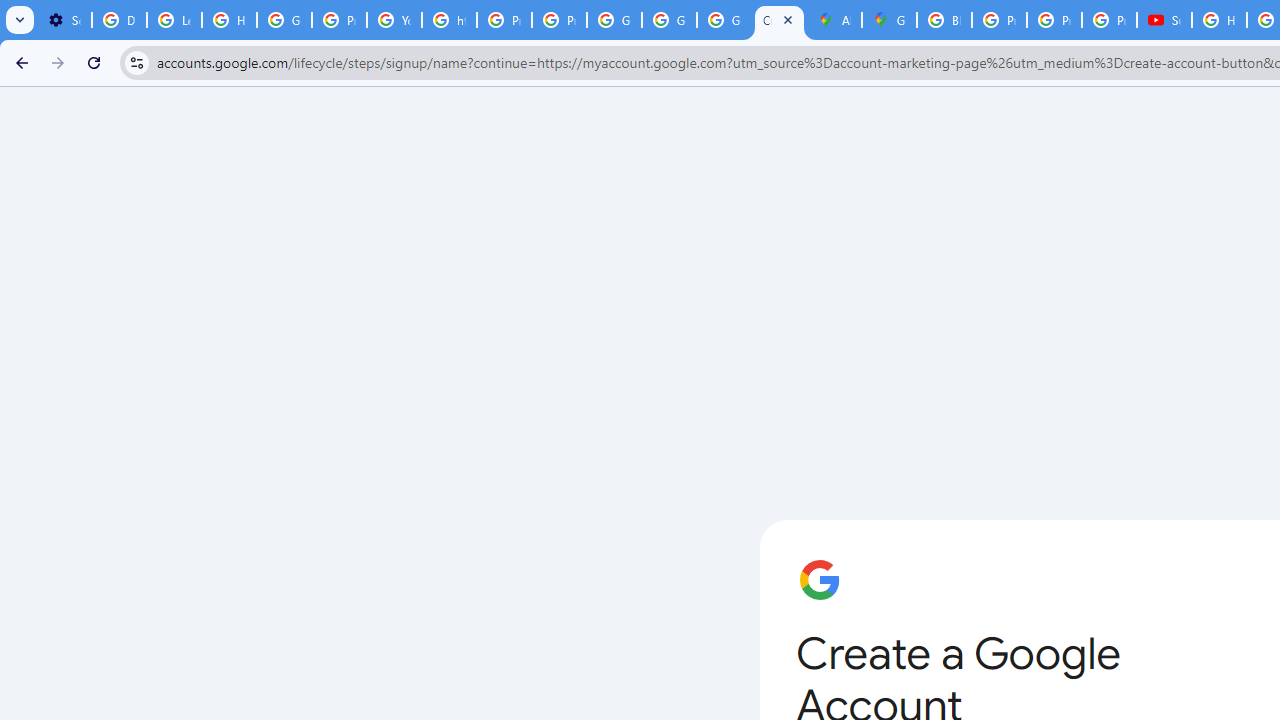 The image size is (1280, 720). What do you see at coordinates (1164, 20) in the screenshot?
I see `'Subscriptions - YouTube'` at bounding box center [1164, 20].